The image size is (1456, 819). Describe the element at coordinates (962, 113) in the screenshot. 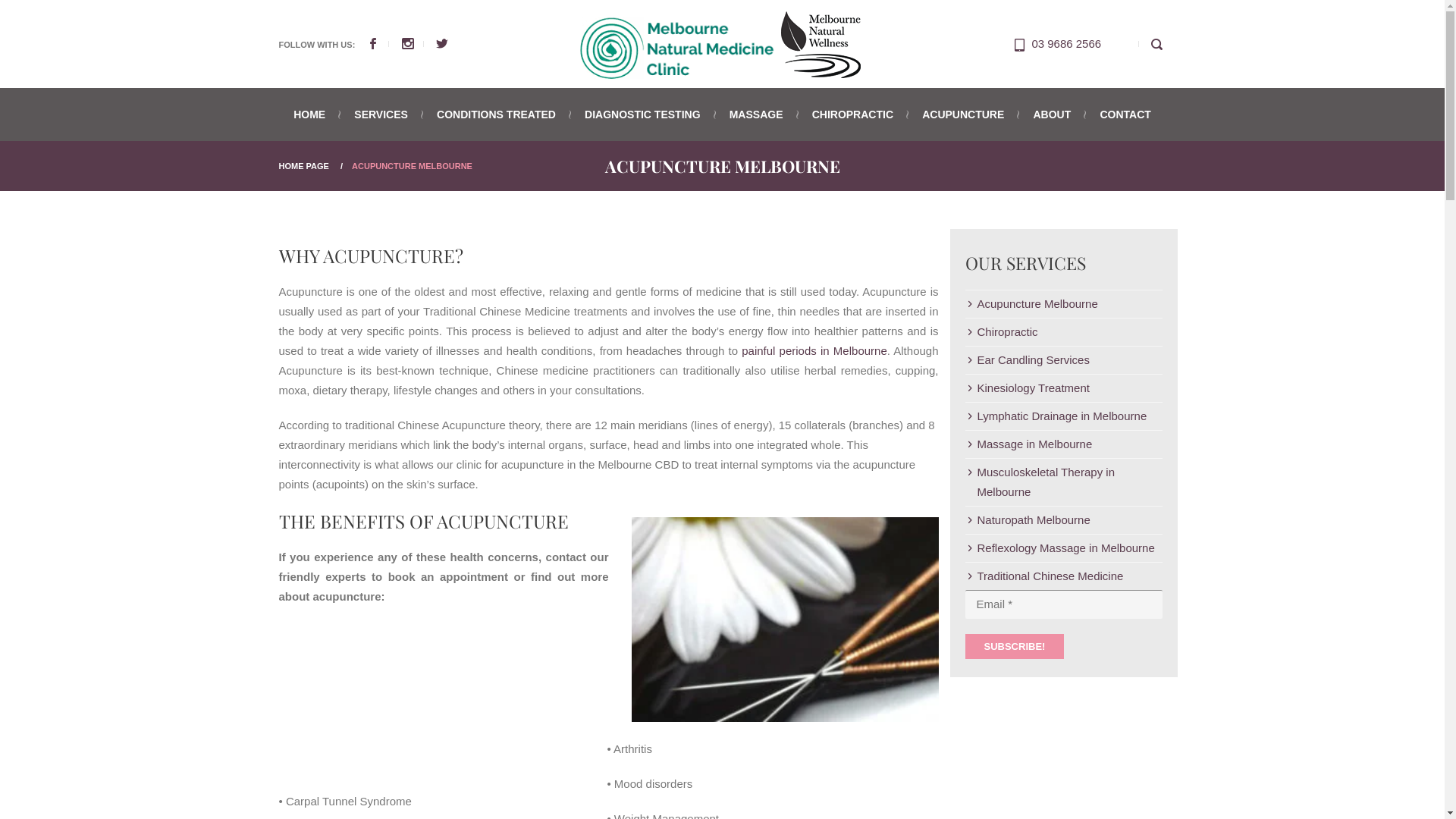

I see `'ACUPUNCTURE'` at that location.